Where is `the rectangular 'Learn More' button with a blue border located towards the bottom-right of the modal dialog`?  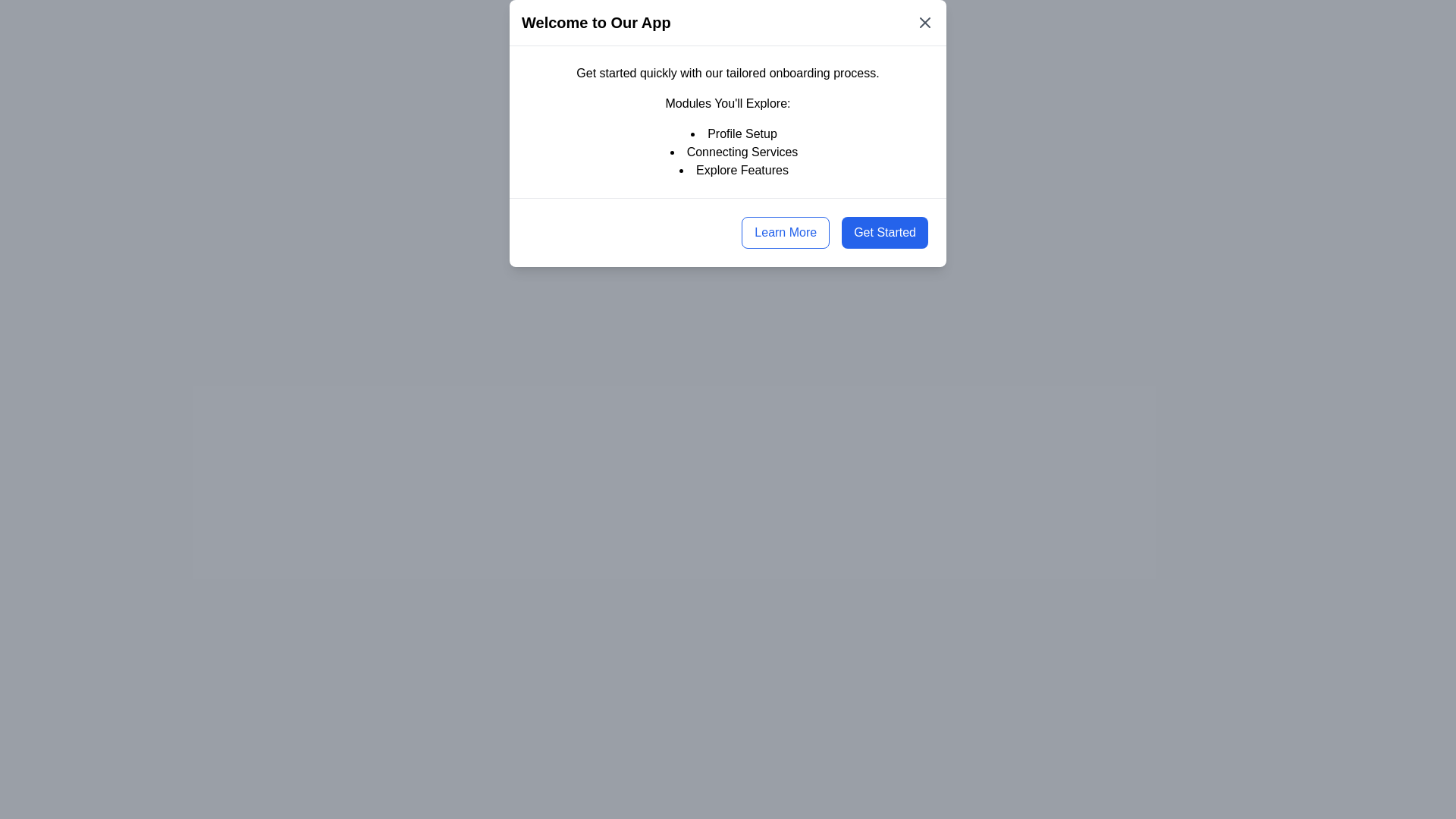
the rectangular 'Learn More' button with a blue border located towards the bottom-right of the modal dialog is located at coordinates (786, 233).